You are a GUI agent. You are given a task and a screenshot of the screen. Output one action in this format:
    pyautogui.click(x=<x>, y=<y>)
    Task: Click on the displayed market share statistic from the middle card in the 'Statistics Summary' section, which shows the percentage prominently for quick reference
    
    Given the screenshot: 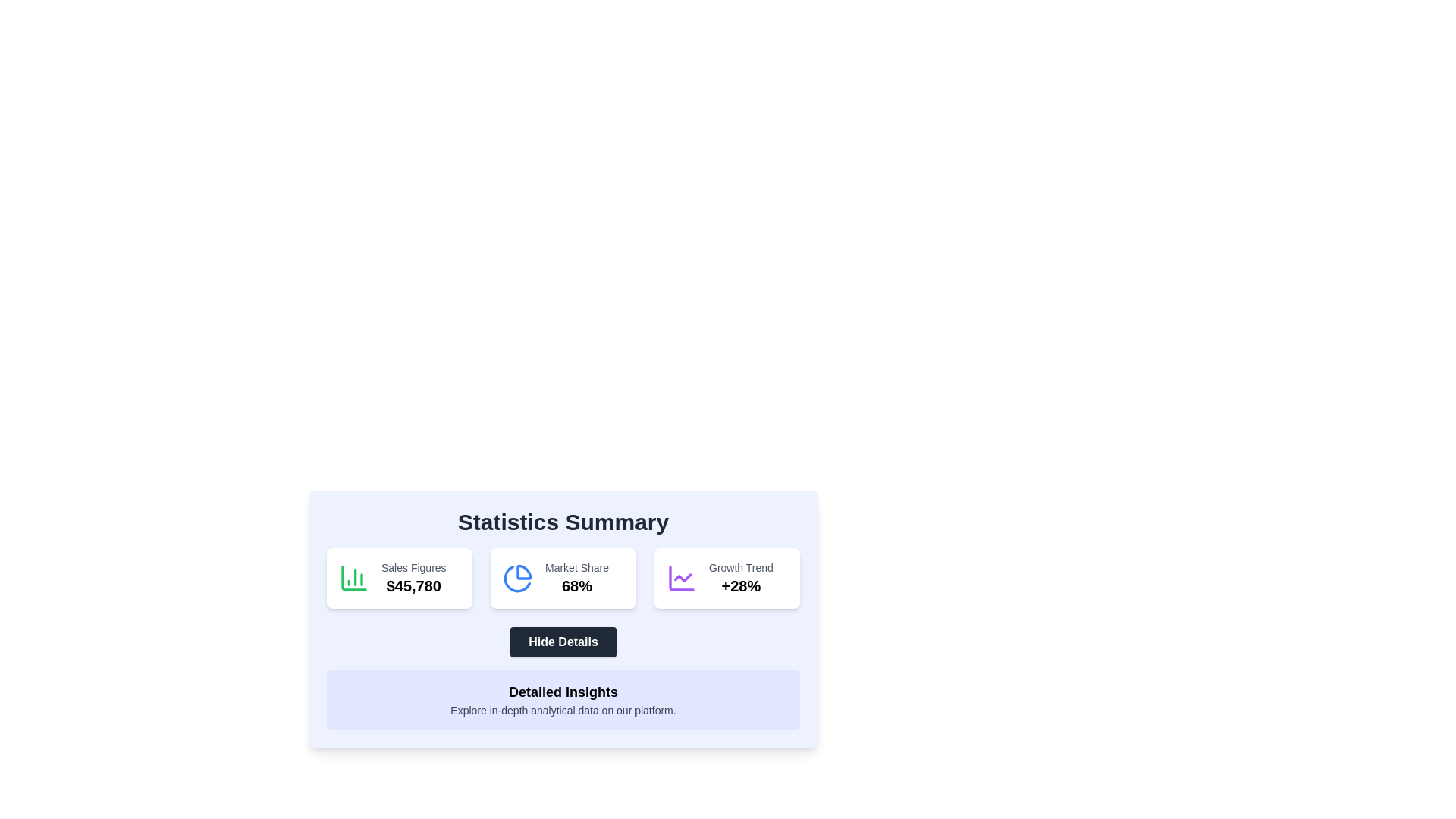 What is the action you would take?
    pyautogui.click(x=576, y=579)
    